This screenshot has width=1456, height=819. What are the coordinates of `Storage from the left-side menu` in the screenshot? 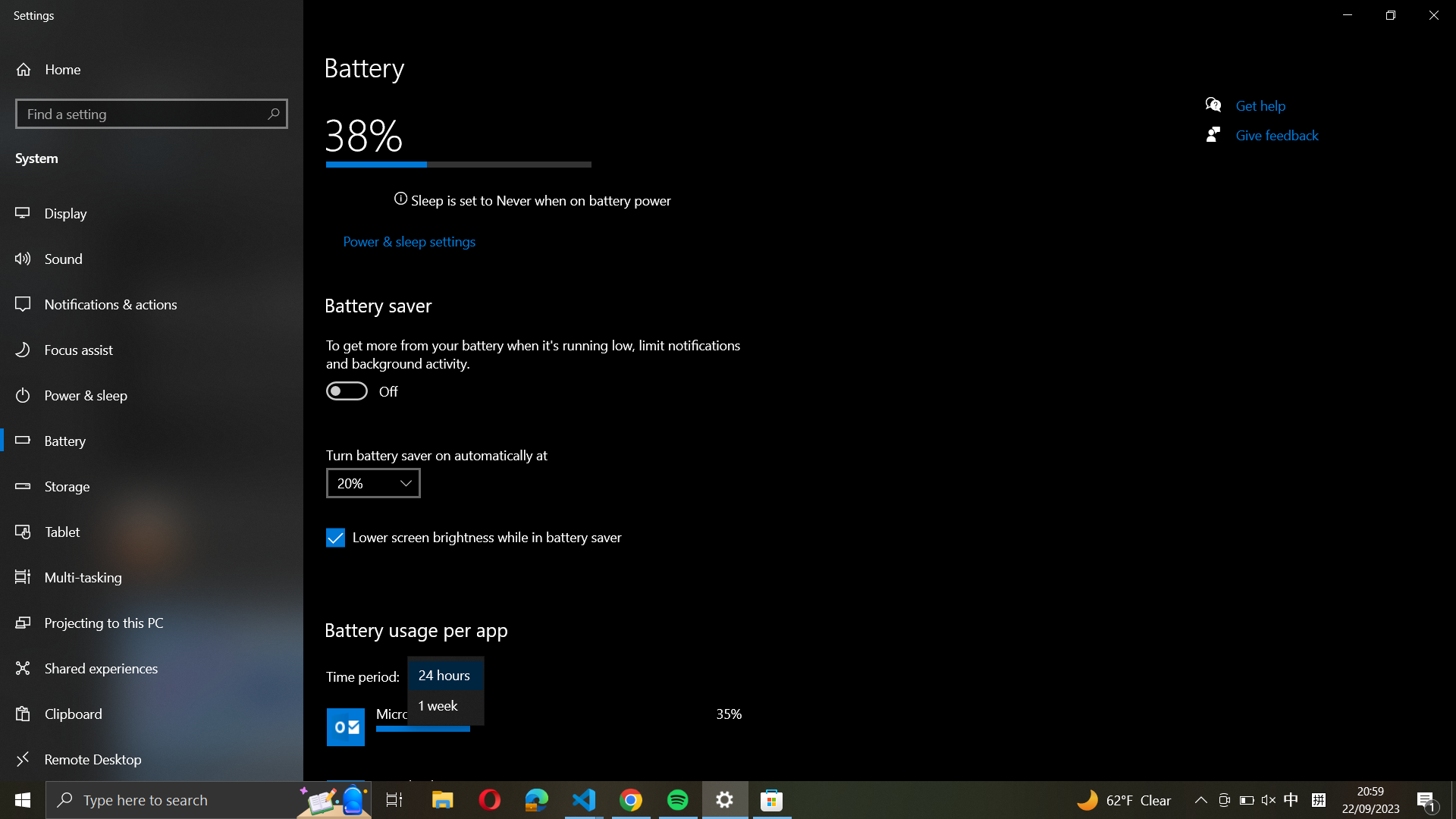 It's located at (153, 488).